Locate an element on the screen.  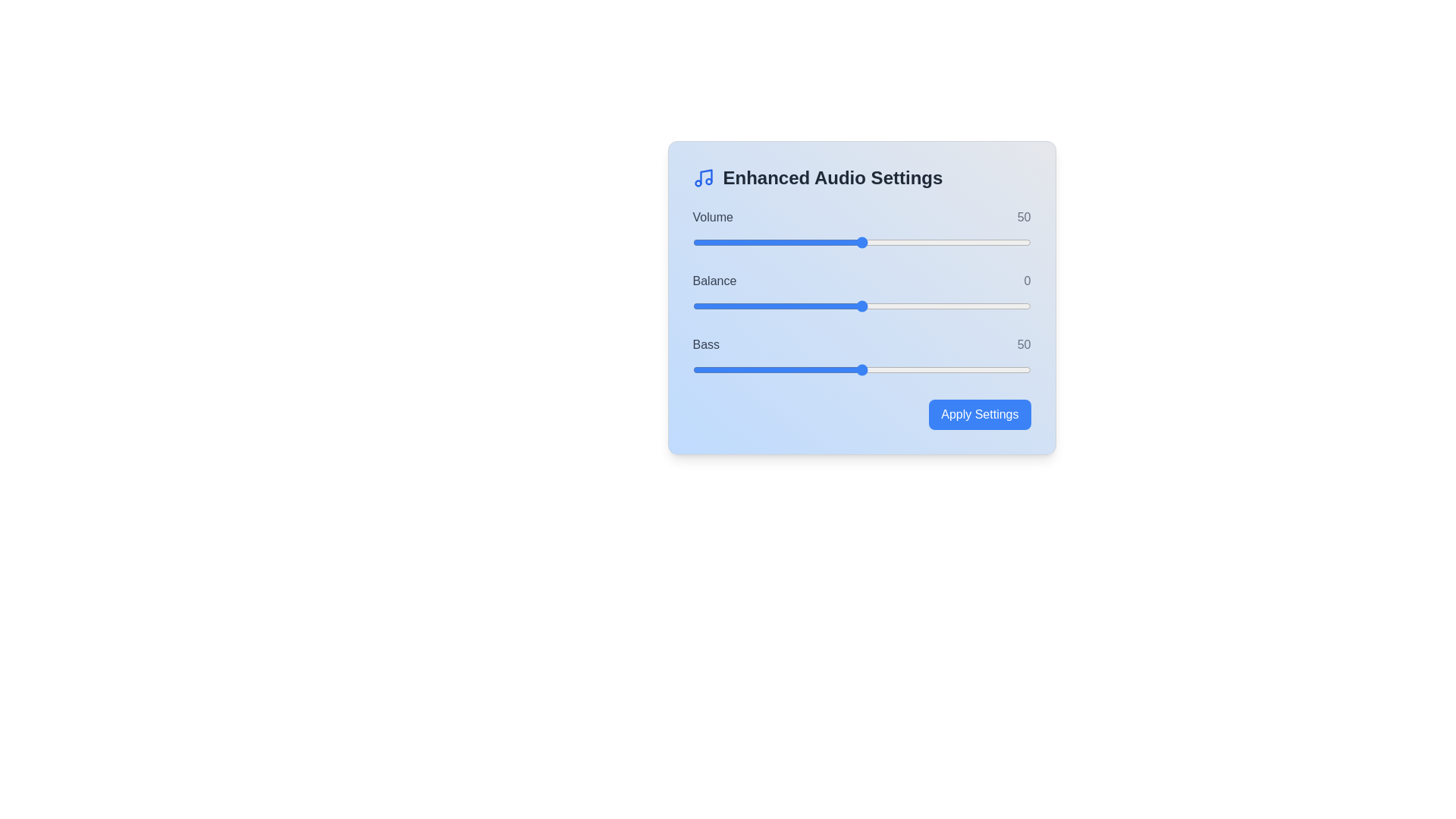
the volume slider to 58 percent is located at coordinates (889, 242).